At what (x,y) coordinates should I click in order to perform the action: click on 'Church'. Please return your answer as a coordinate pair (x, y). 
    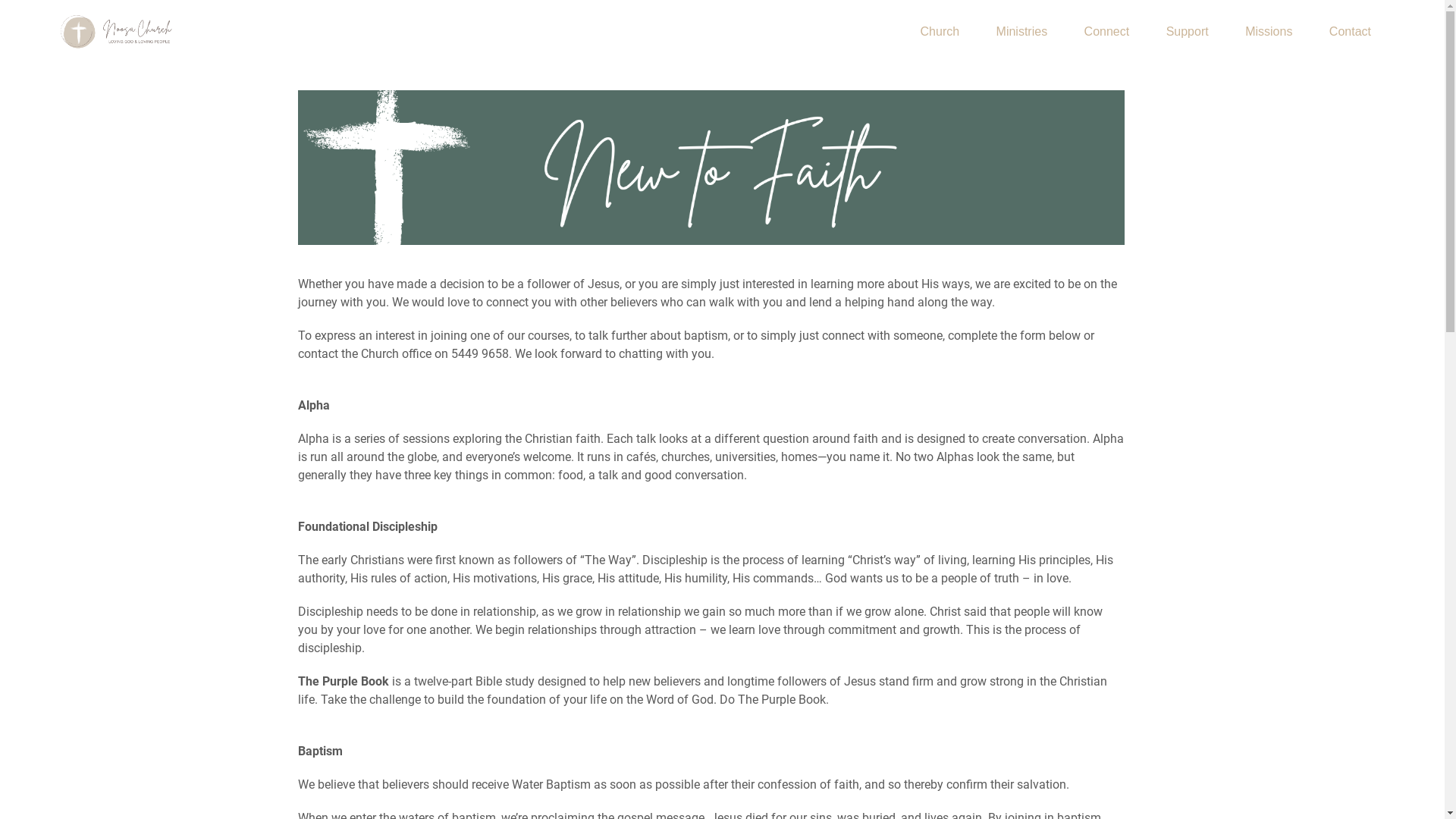
    Looking at the image, I should click on (939, 32).